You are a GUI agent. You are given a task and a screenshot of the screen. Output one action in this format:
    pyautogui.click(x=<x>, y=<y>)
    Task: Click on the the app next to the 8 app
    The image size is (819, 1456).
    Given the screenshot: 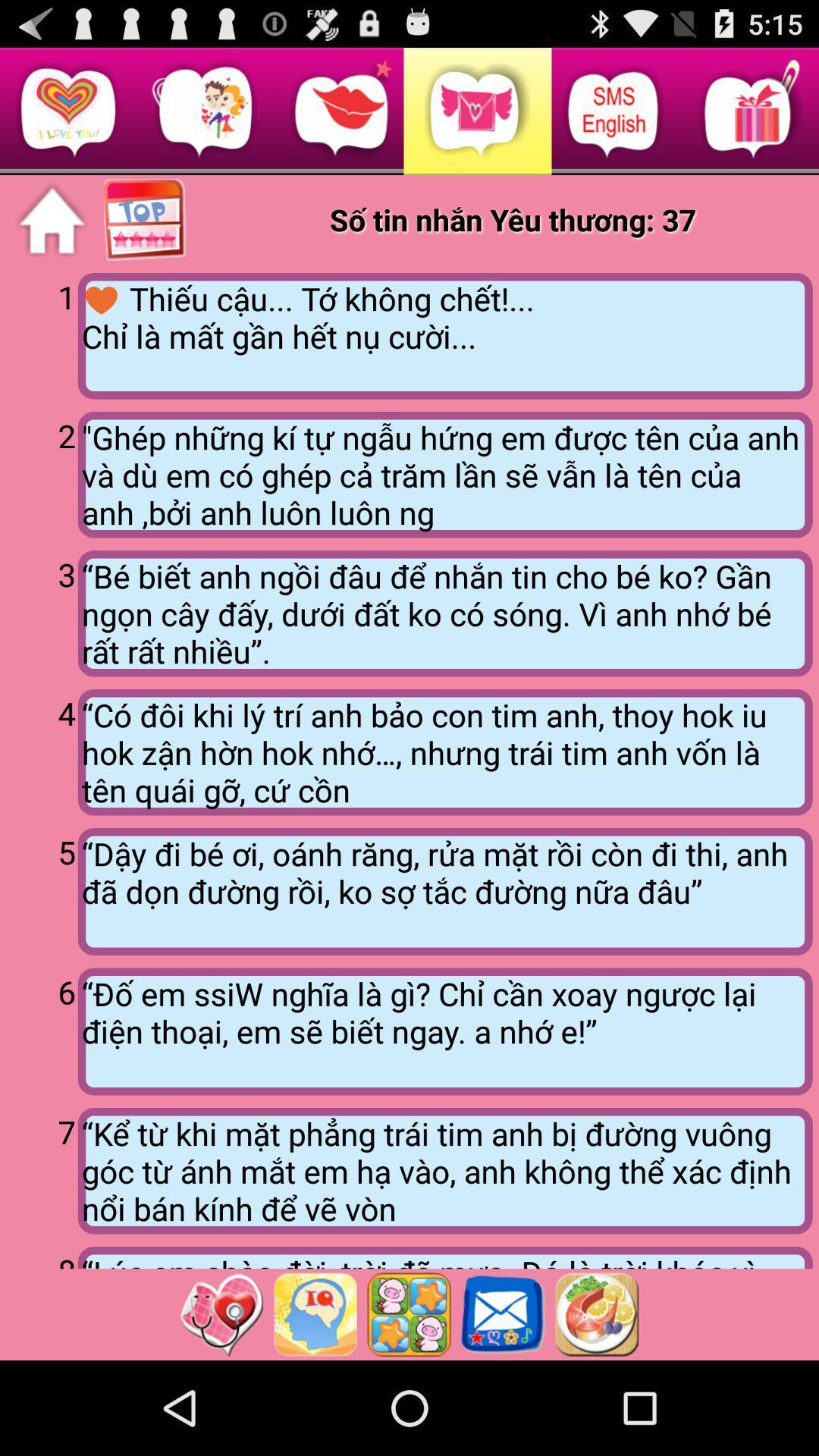 What is the action you would take?
    pyautogui.click(x=444, y=1257)
    